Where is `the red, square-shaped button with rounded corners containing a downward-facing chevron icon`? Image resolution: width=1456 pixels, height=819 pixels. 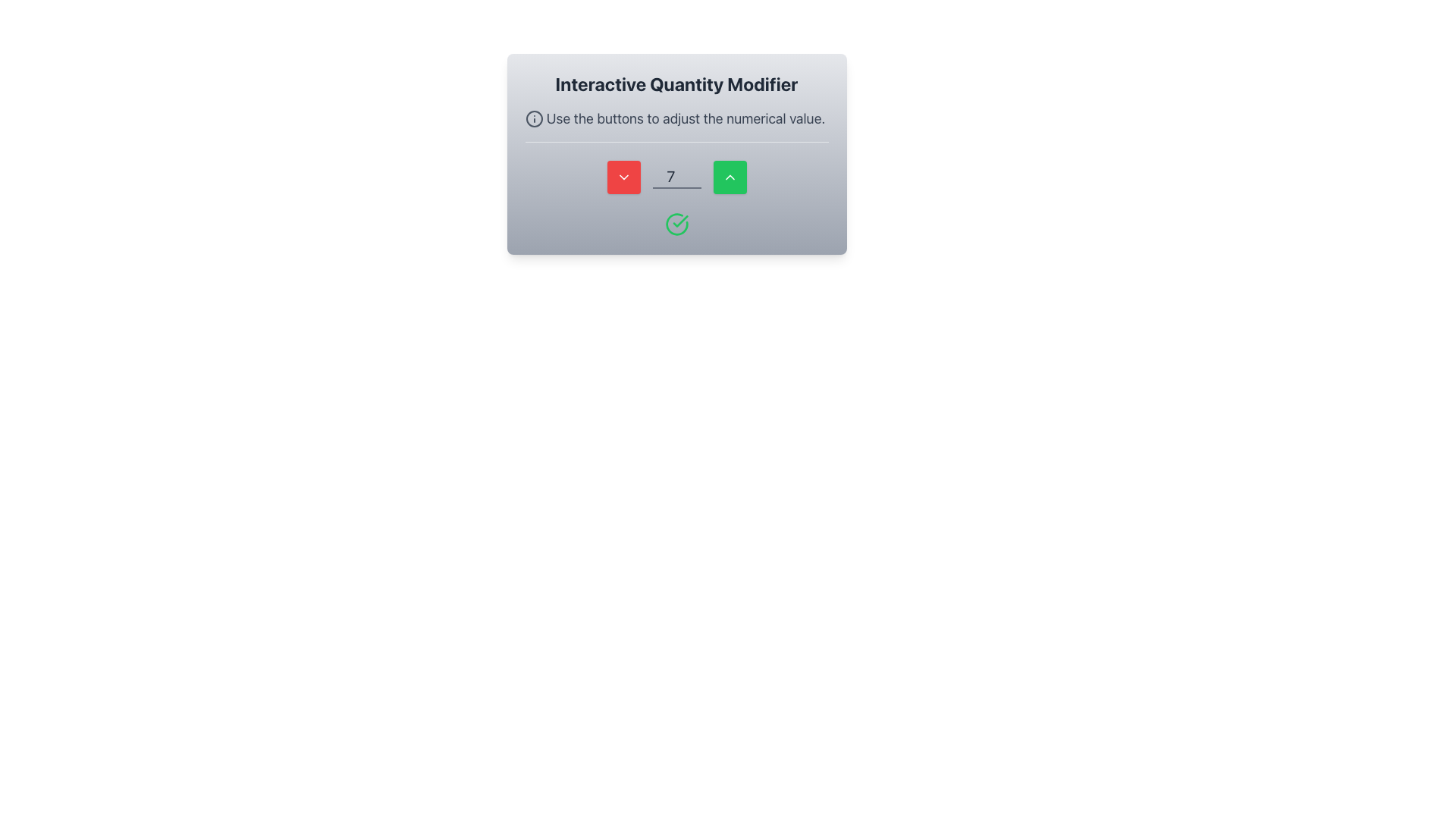 the red, square-shaped button with rounded corners containing a downward-facing chevron icon is located at coordinates (623, 177).